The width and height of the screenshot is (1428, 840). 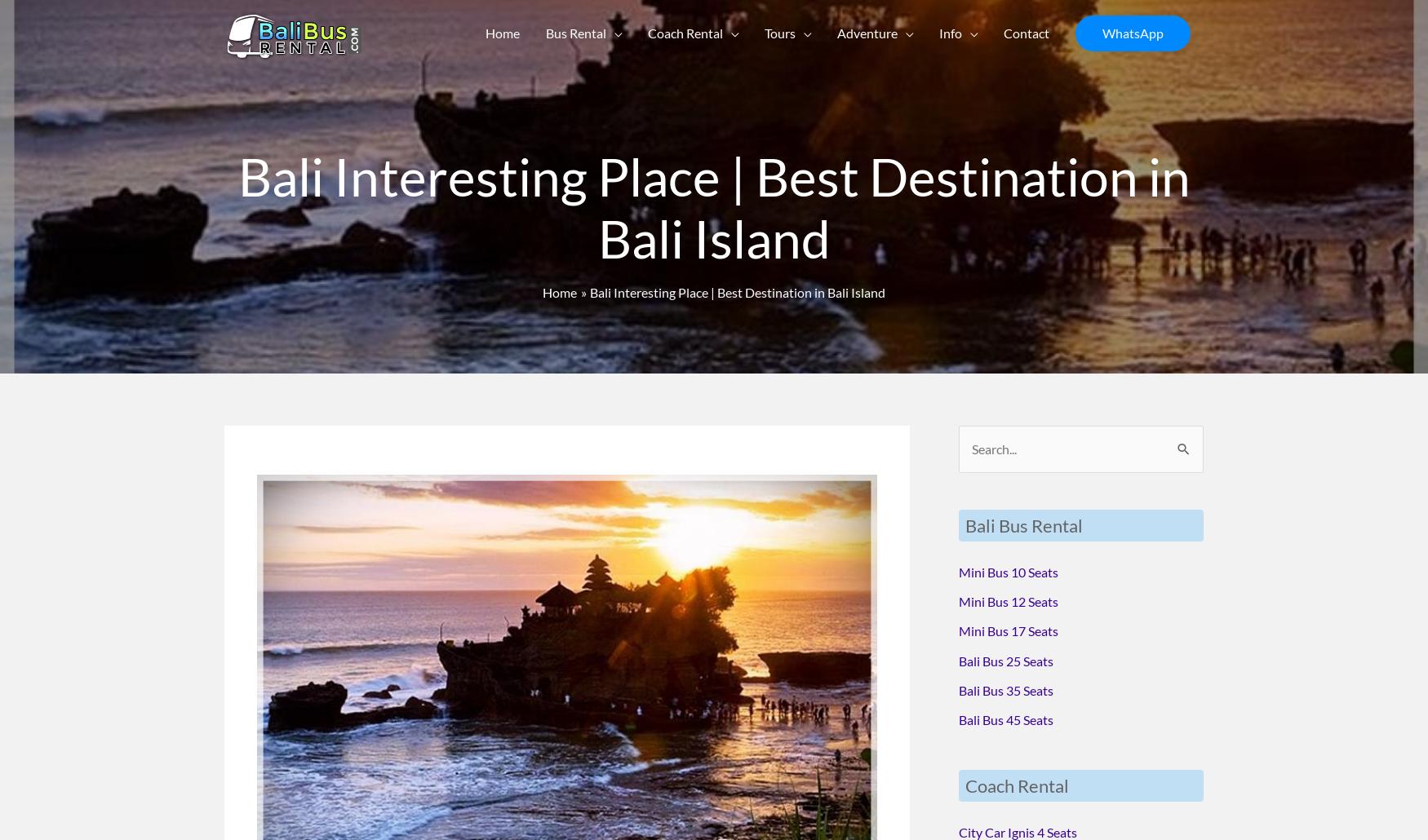 What do you see at coordinates (1009, 572) in the screenshot?
I see `'Mini Bus 10 Seats'` at bounding box center [1009, 572].